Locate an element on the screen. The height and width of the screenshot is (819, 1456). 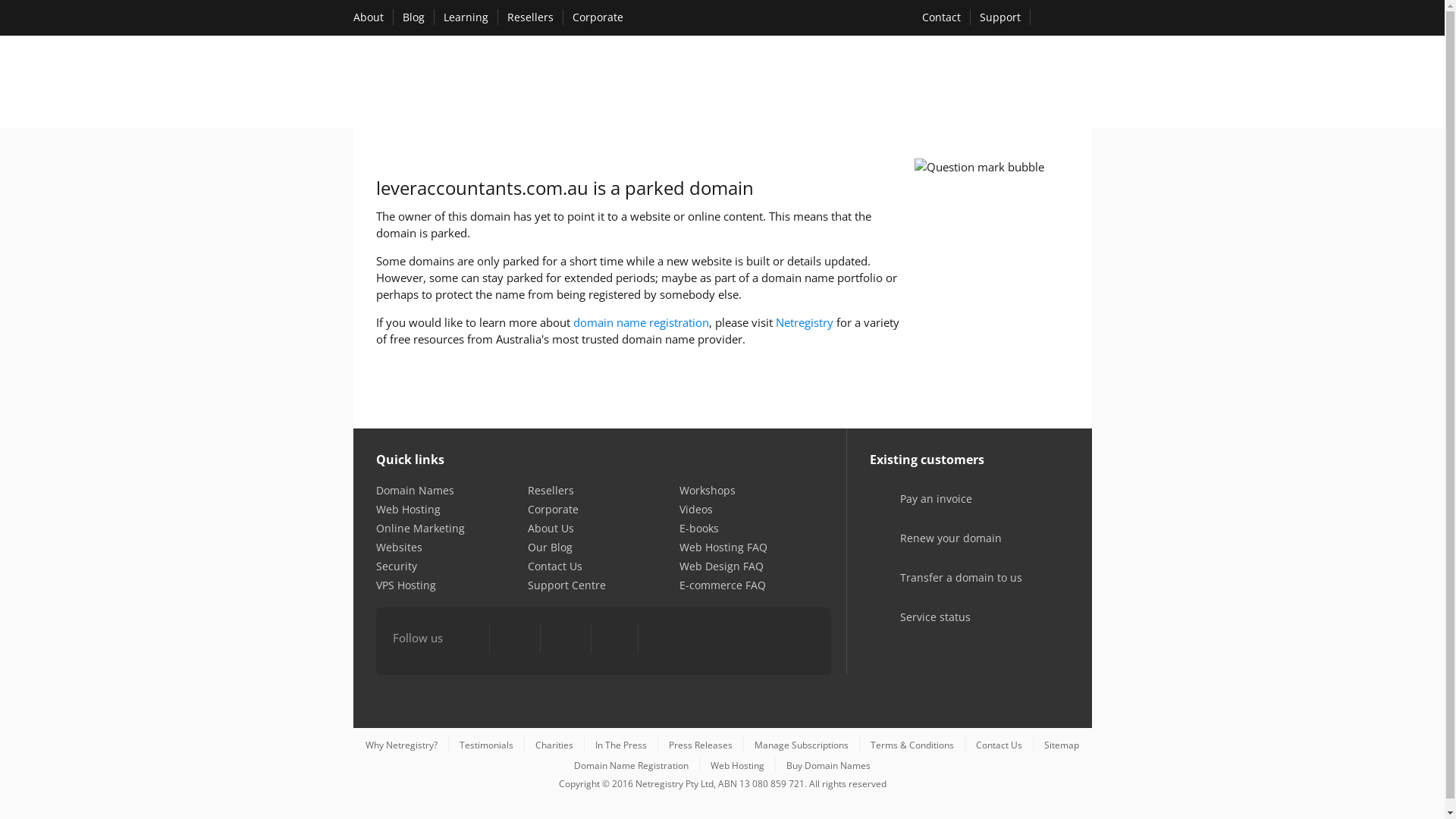
'VPS Hosting' is located at coordinates (406, 584).